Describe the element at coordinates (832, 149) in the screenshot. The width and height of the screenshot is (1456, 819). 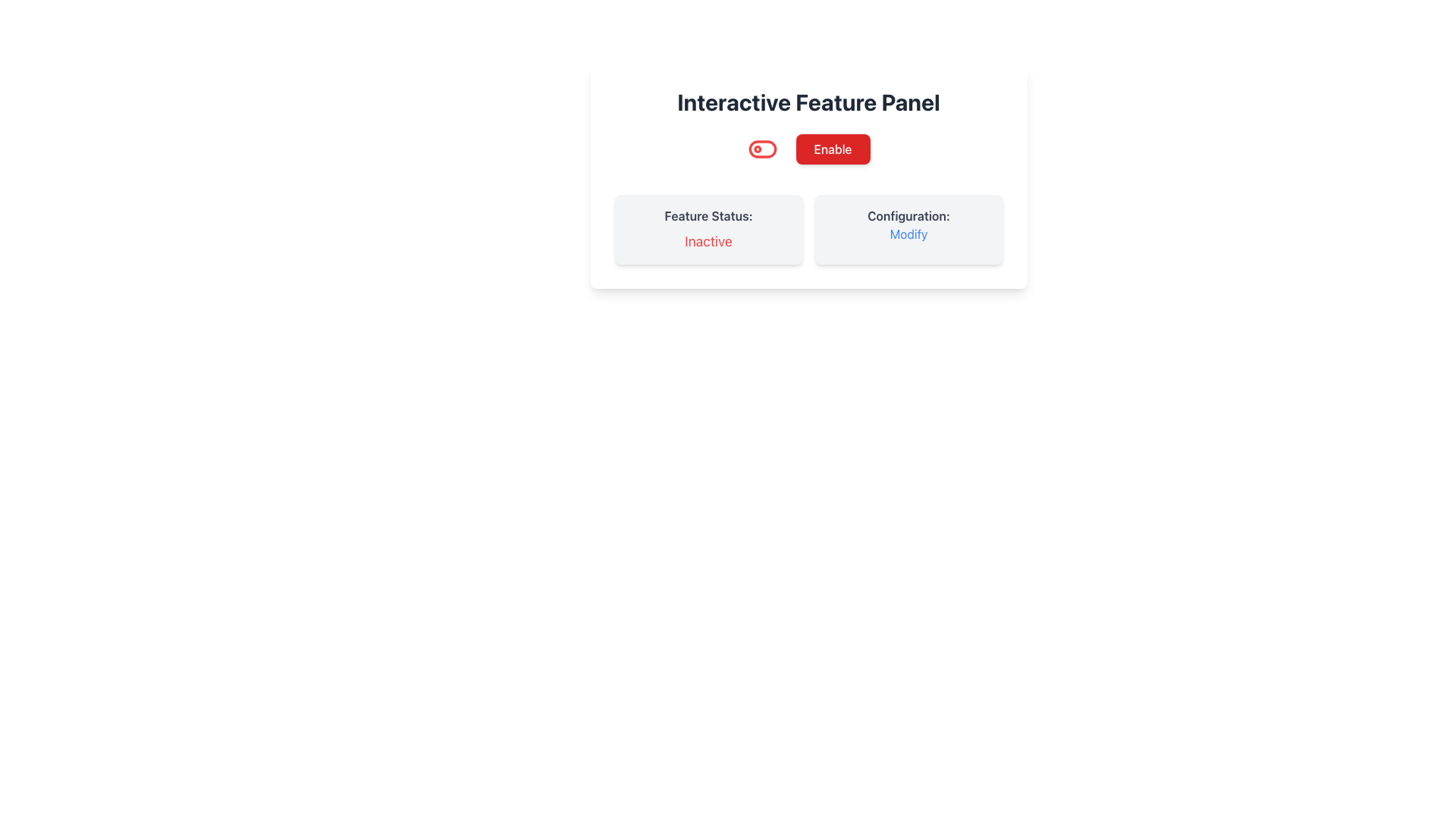
I see `the button located near the top center of the interface panel, positioned to the right of a toggle switch icon` at that location.